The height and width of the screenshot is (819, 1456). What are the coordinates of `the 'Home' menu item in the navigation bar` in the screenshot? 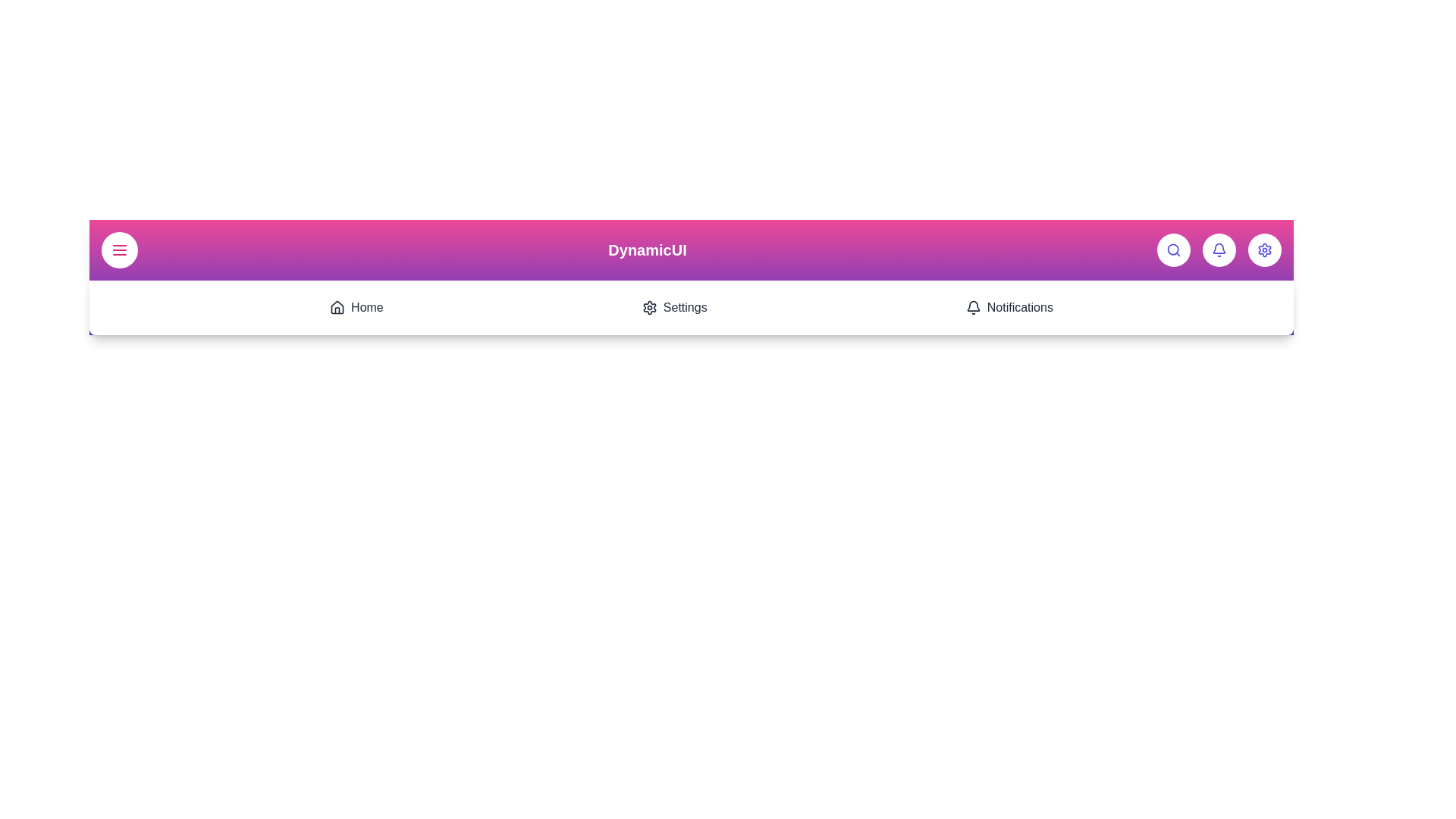 It's located at (356, 307).